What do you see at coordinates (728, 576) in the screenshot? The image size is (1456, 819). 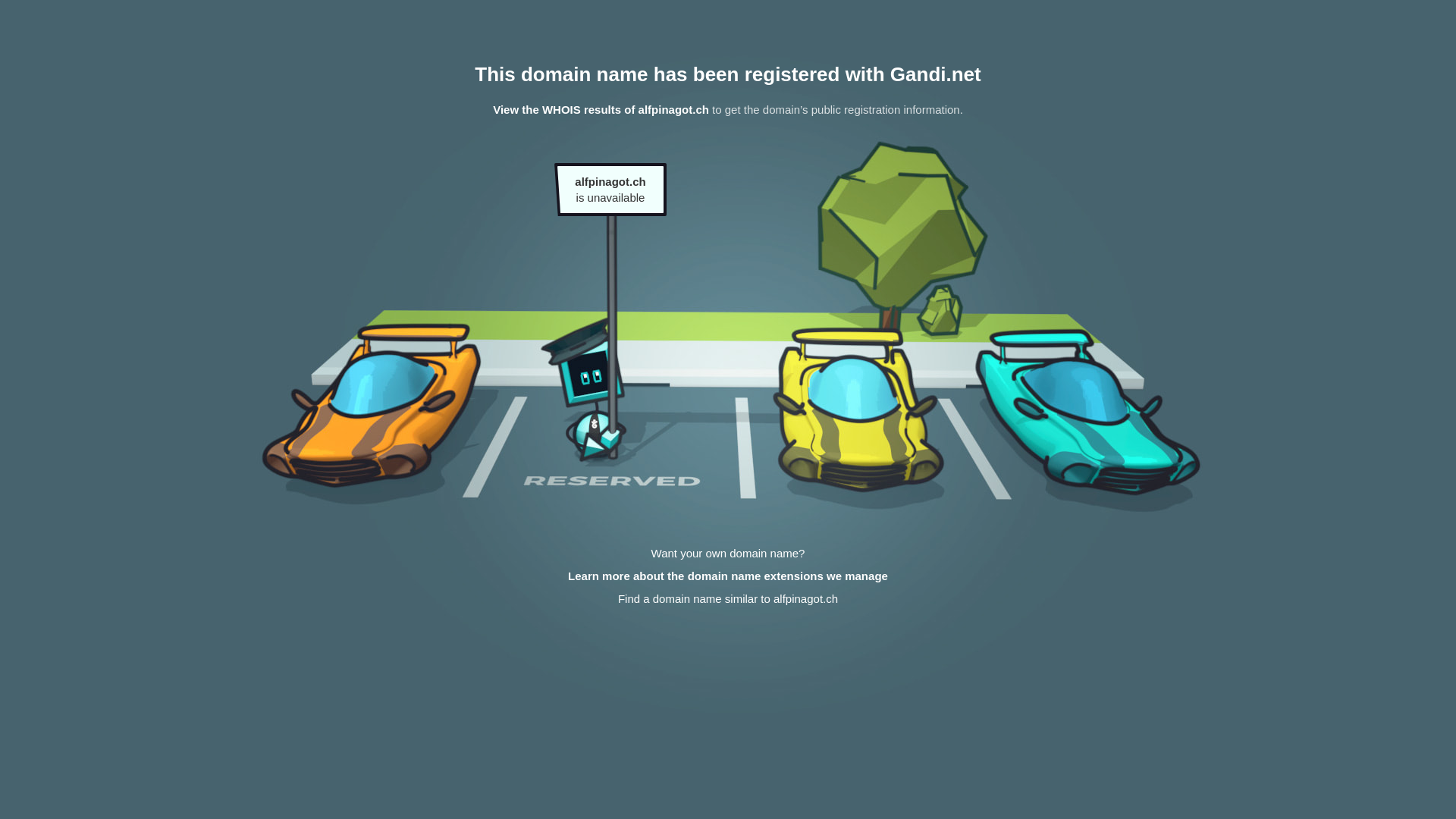 I see `'Learn more about the domain name extensions we manage'` at bounding box center [728, 576].